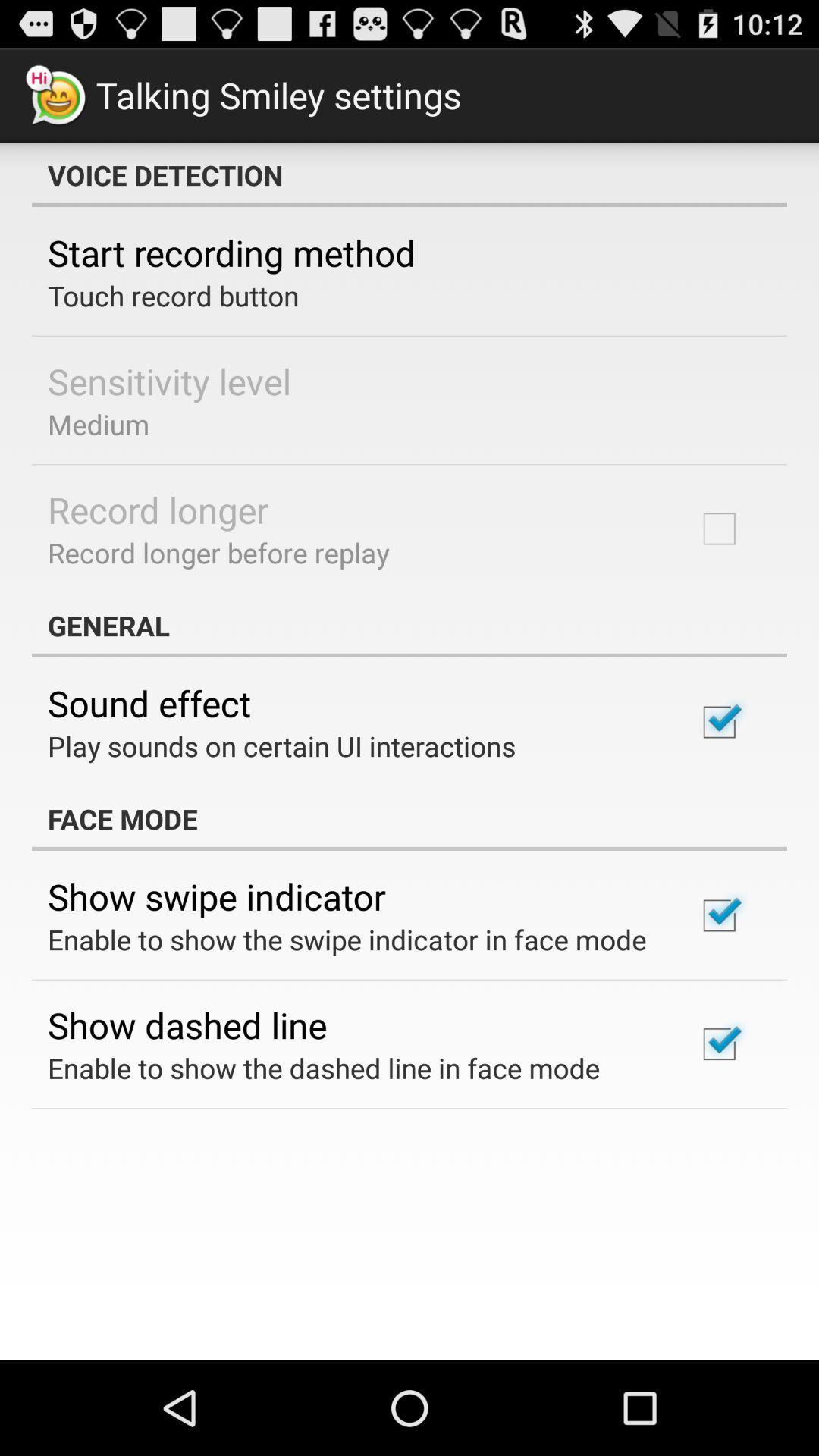 Image resolution: width=819 pixels, height=1456 pixels. I want to click on icon below the record longer before app, so click(409, 626).